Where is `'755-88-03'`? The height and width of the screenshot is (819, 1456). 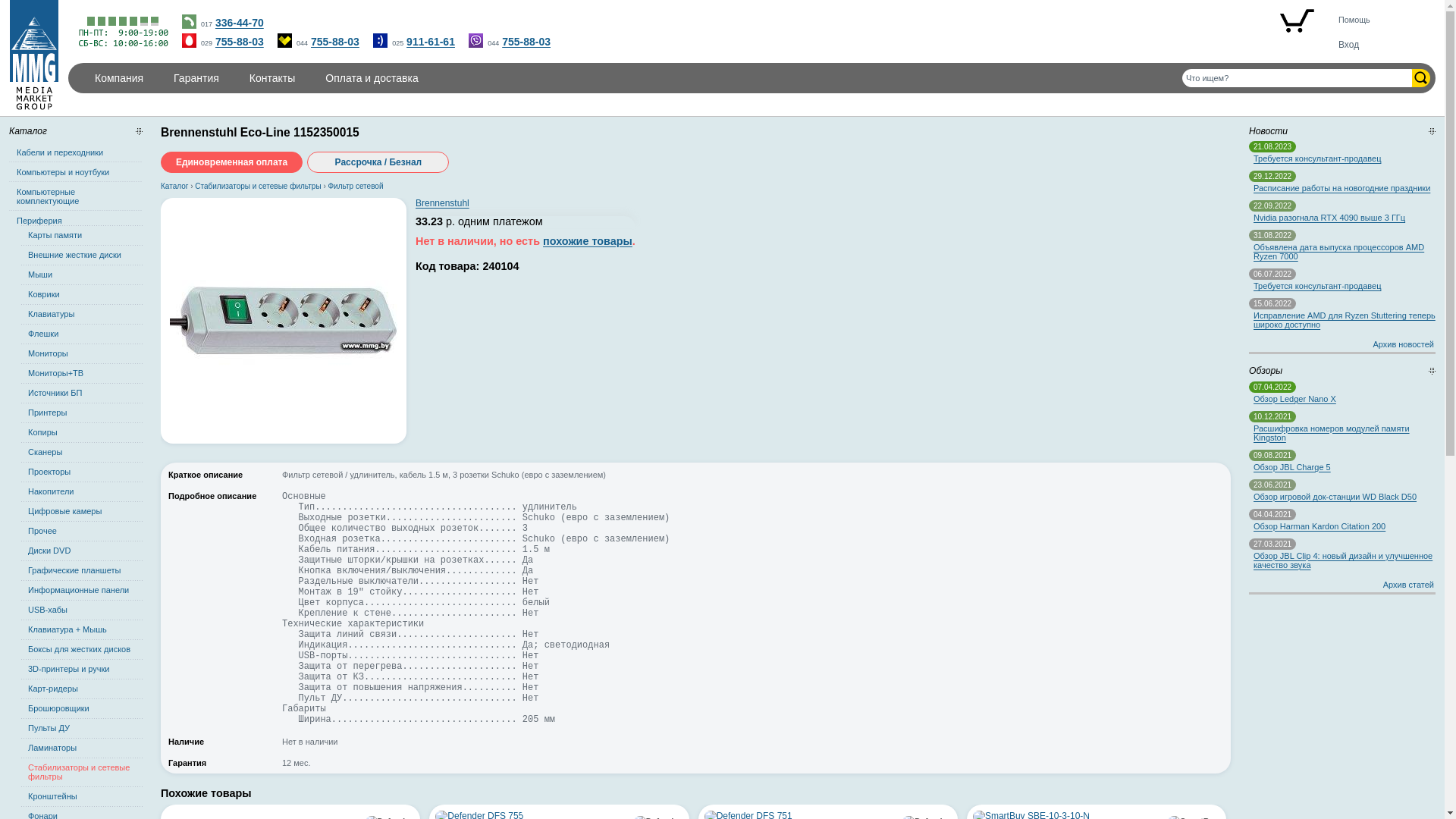
'755-88-03' is located at coordinates (526, 40).